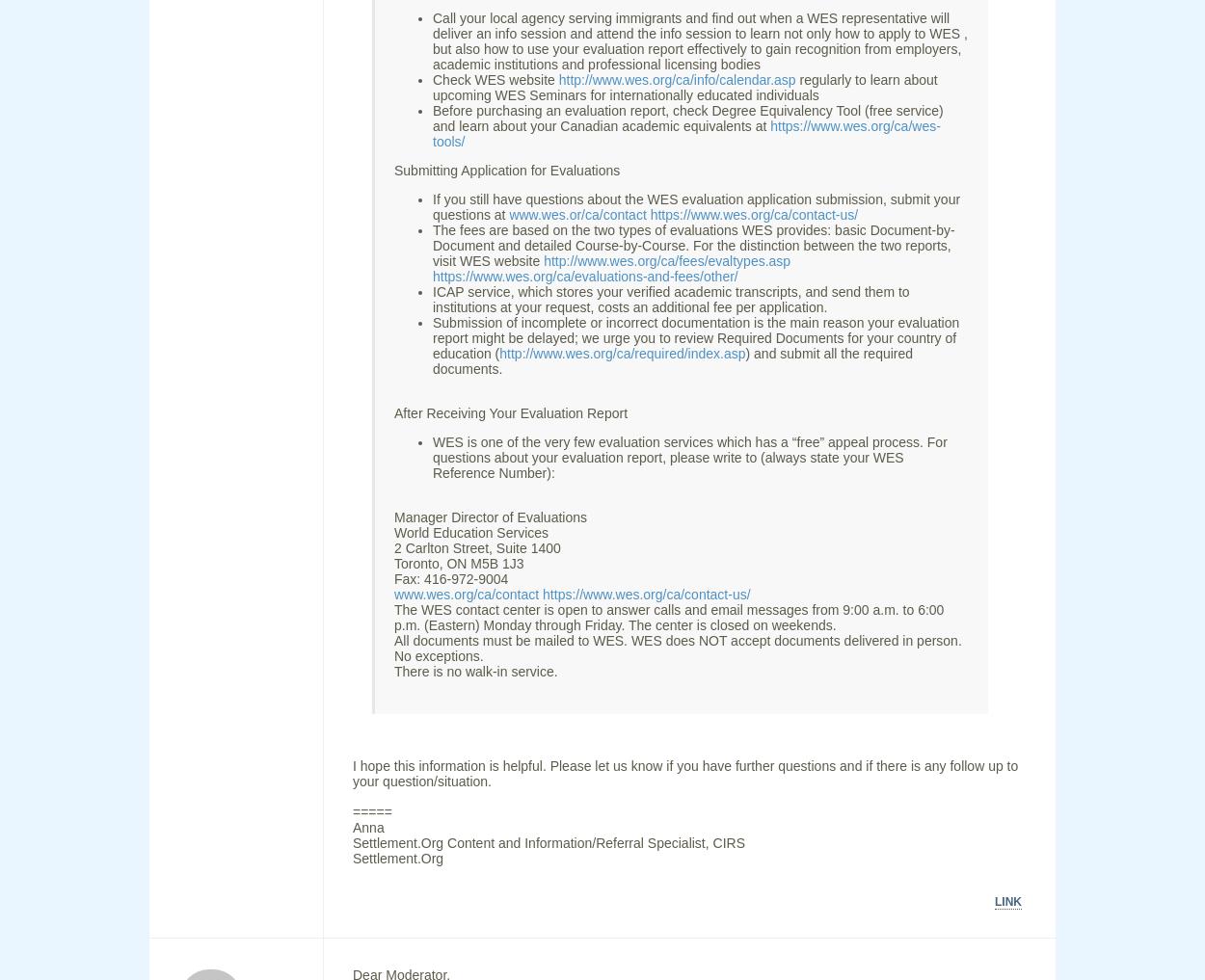 This screenshot has height=980, width=1205. Describe the element at coordinates (1008, 901) in the screenshot. I see `'link'` at that location.